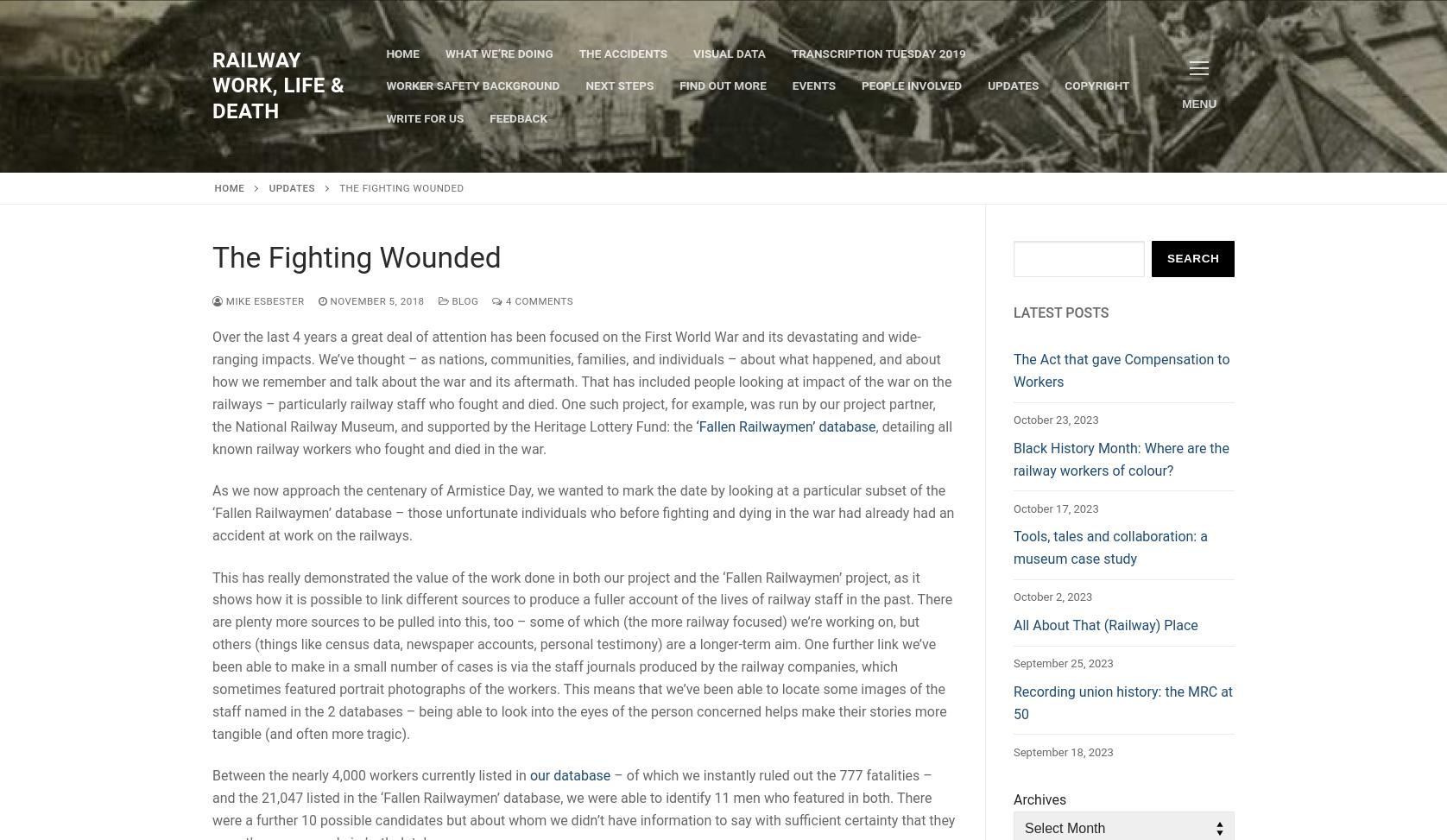 The height and width of the screenshot is (840, 1447). What do you see at coordinates (472, 84) in the screenshot?
I see `'Worker Safety Background'` at bounding box center [472, 84].